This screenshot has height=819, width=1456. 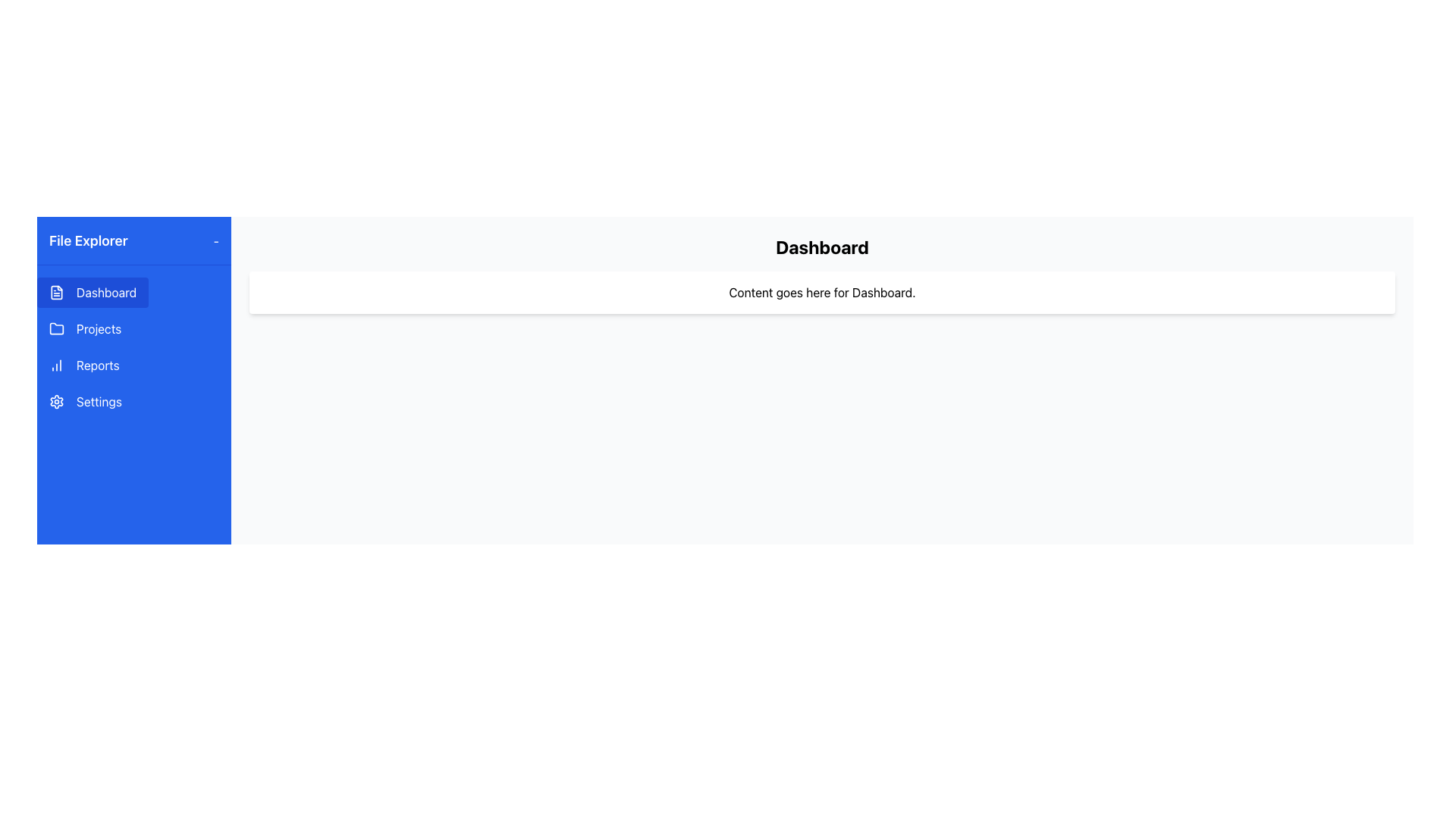 What do you see at coordinates (84, 400) in the screenshot?
I see `the button located in the fourth position of the vertical navigation menu in the left sidebar` at bounding box center [84, 400].